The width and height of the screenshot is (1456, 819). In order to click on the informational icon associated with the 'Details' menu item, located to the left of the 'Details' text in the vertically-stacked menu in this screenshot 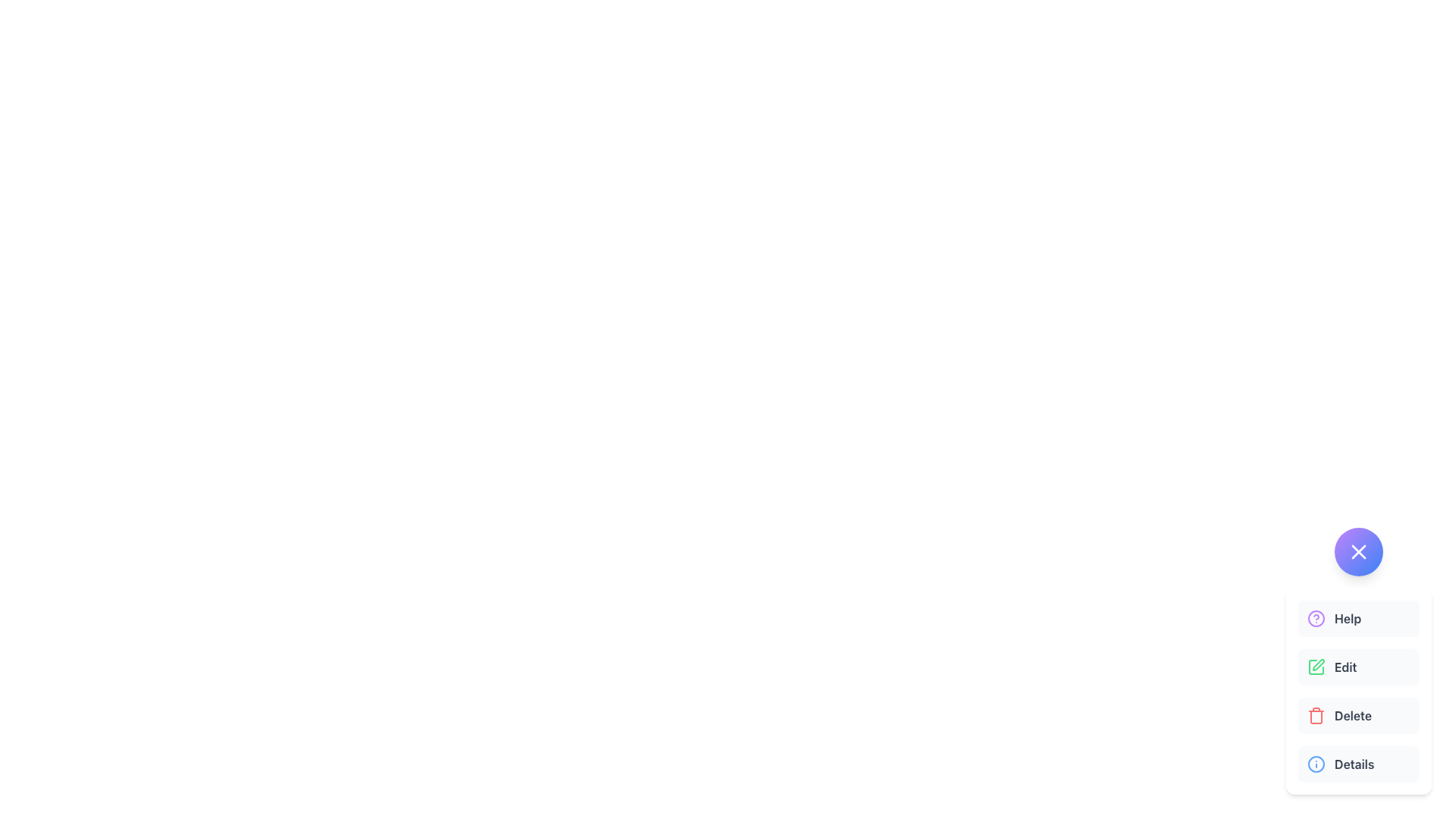, I will do `click(1316, 764)`.